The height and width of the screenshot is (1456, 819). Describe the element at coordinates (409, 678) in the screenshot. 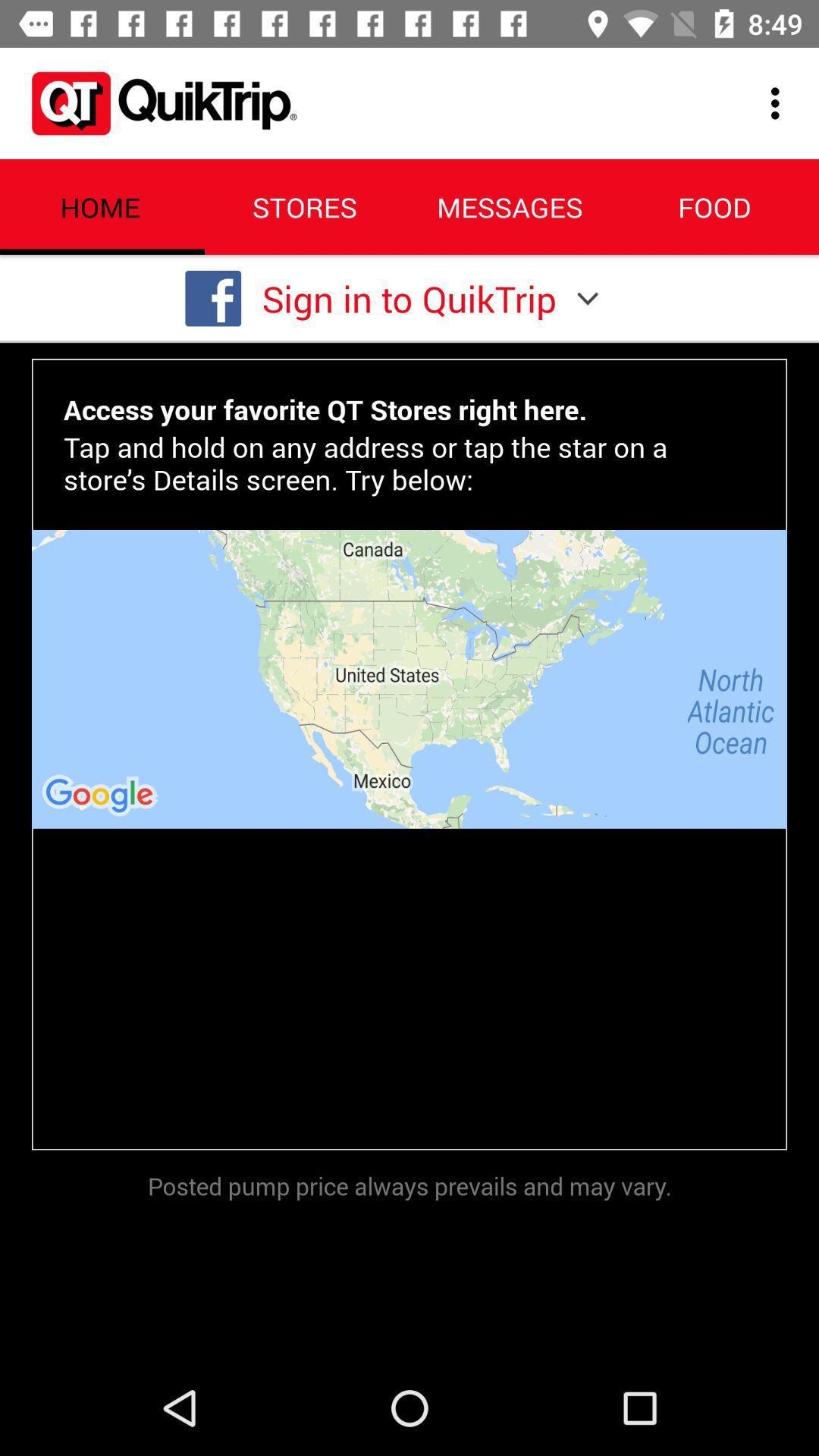

I see `item above posted pump price icon` at that location.